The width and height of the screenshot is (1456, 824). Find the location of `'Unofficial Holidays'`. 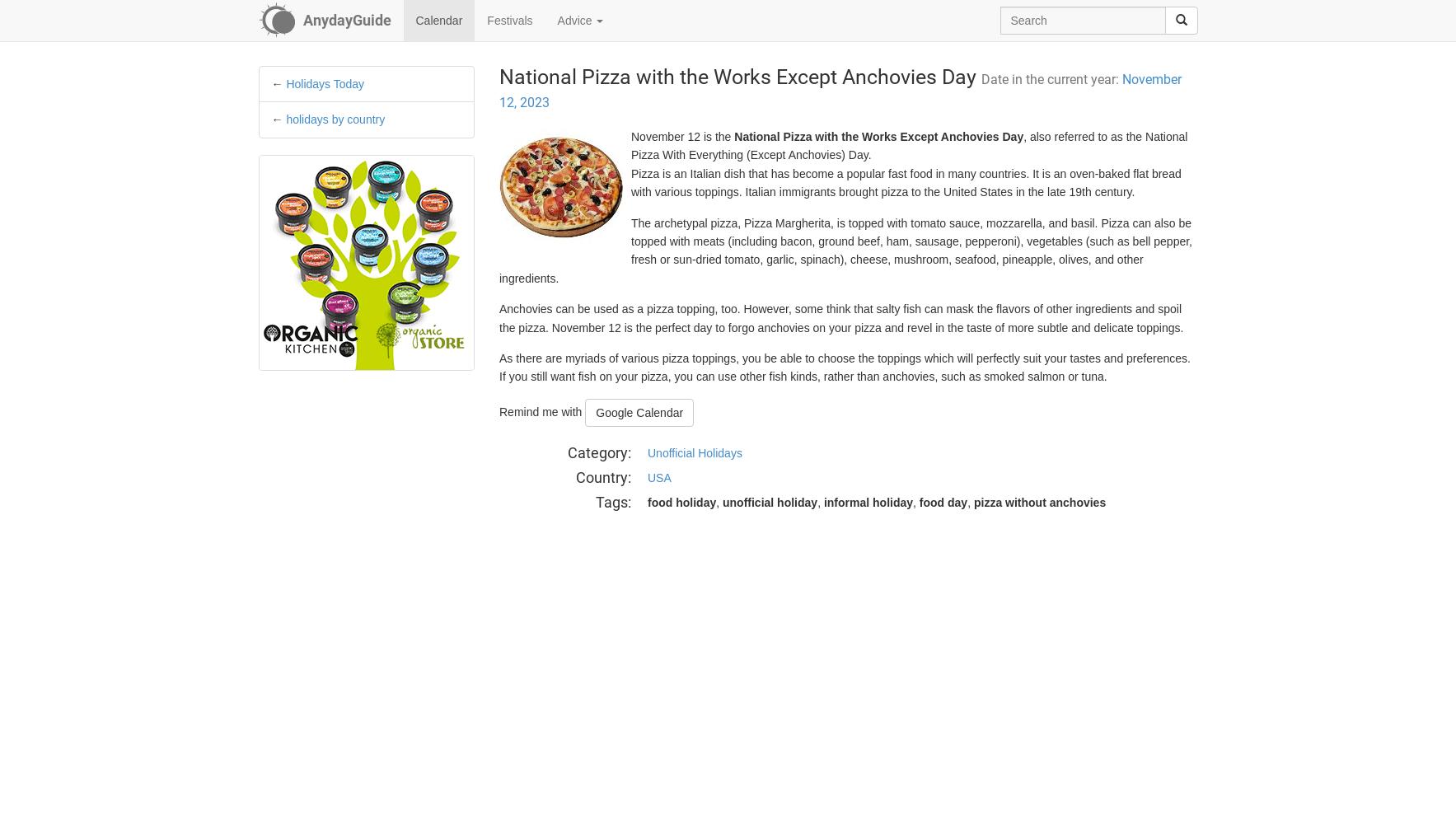

'Unofficial Holidays' is located at coordinates (694, 453).